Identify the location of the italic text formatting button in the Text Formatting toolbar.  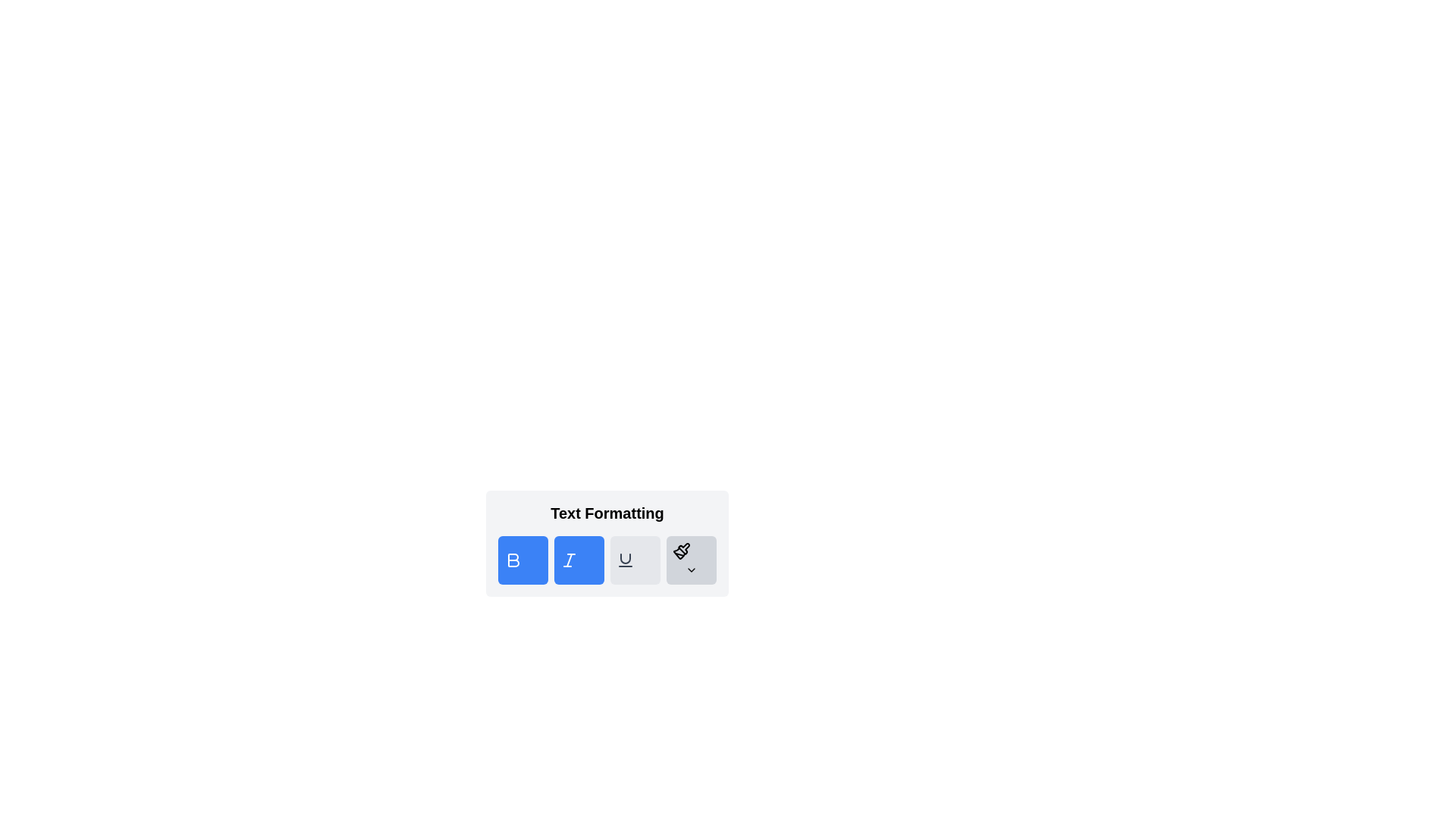
(568, 560).